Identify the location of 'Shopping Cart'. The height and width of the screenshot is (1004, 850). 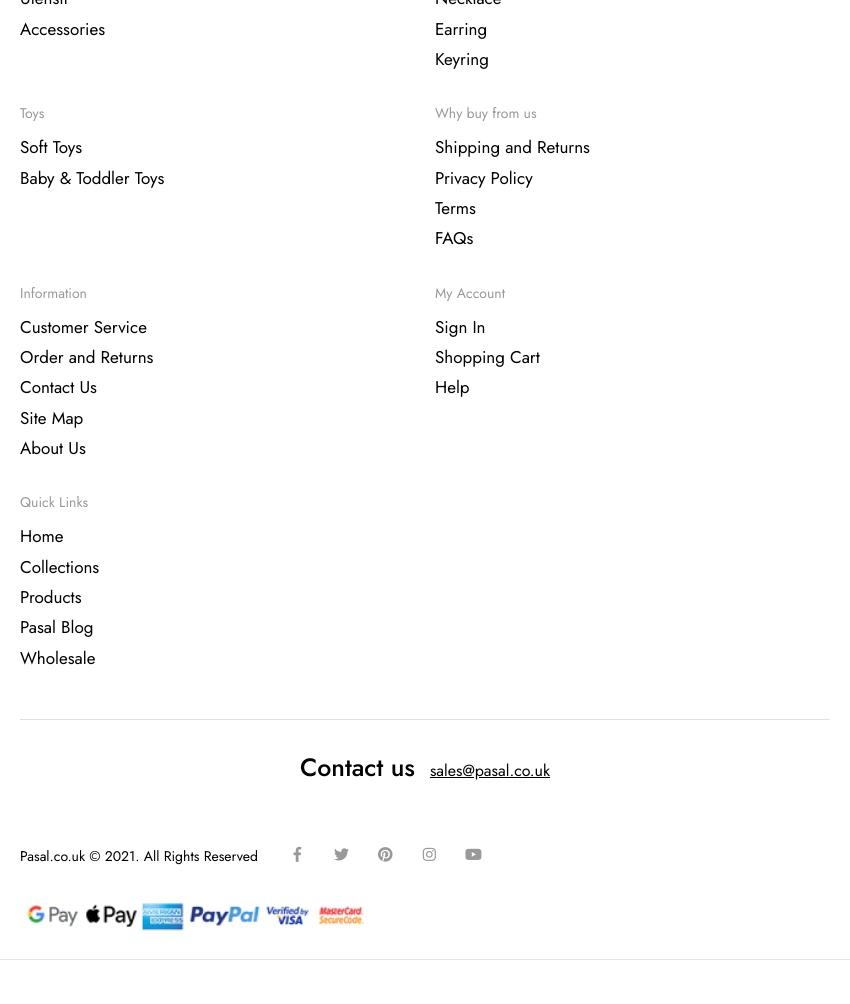
(486, 358).